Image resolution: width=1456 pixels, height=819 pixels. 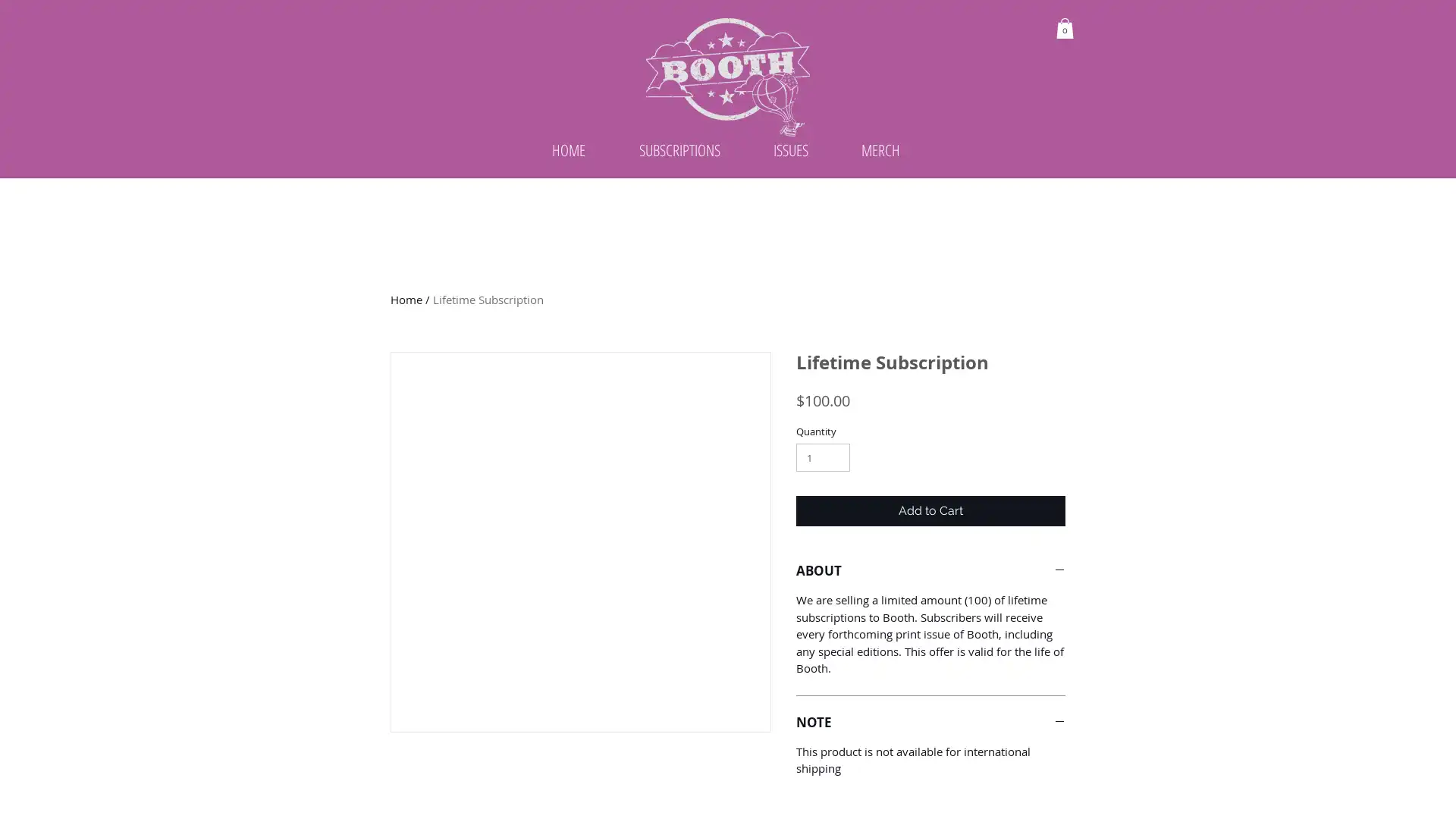 I want to click on NOTE, so click(x=930, y=761).